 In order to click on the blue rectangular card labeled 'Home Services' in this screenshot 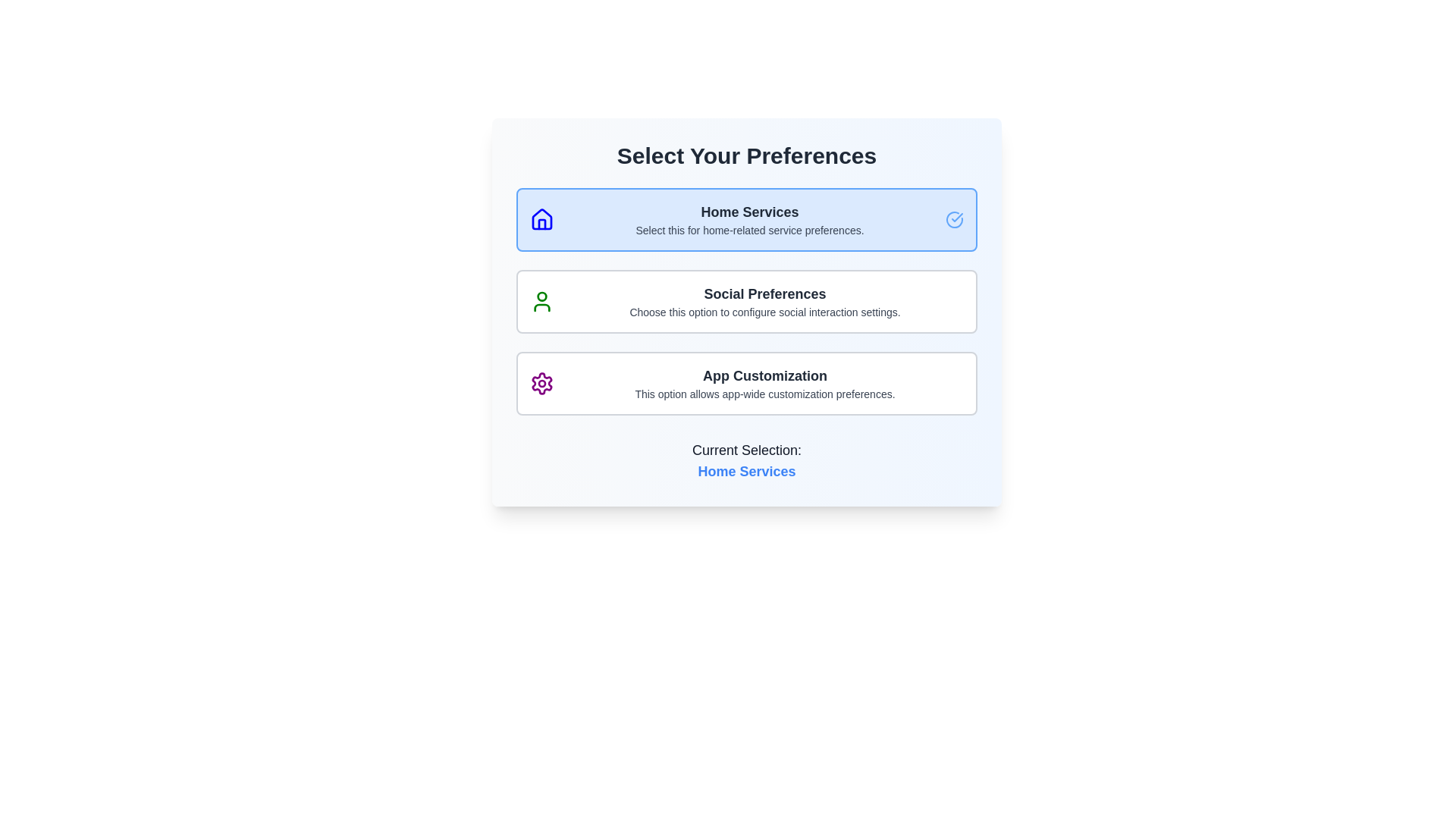, I will do `click(746, 219)`.